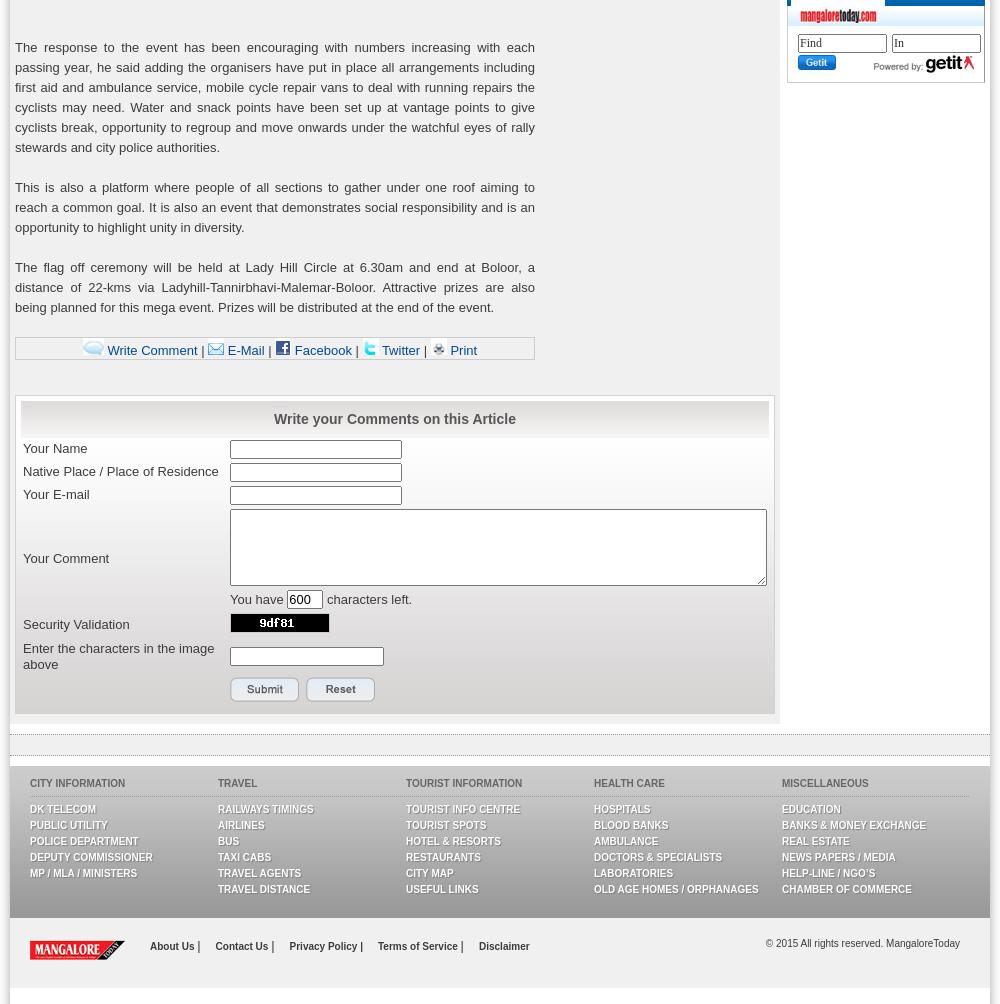 This screenshot has width=1000, height=1004. Describe the element at coordinates (55, 447) in the screenshot. I see `'Your Name'` at that location.